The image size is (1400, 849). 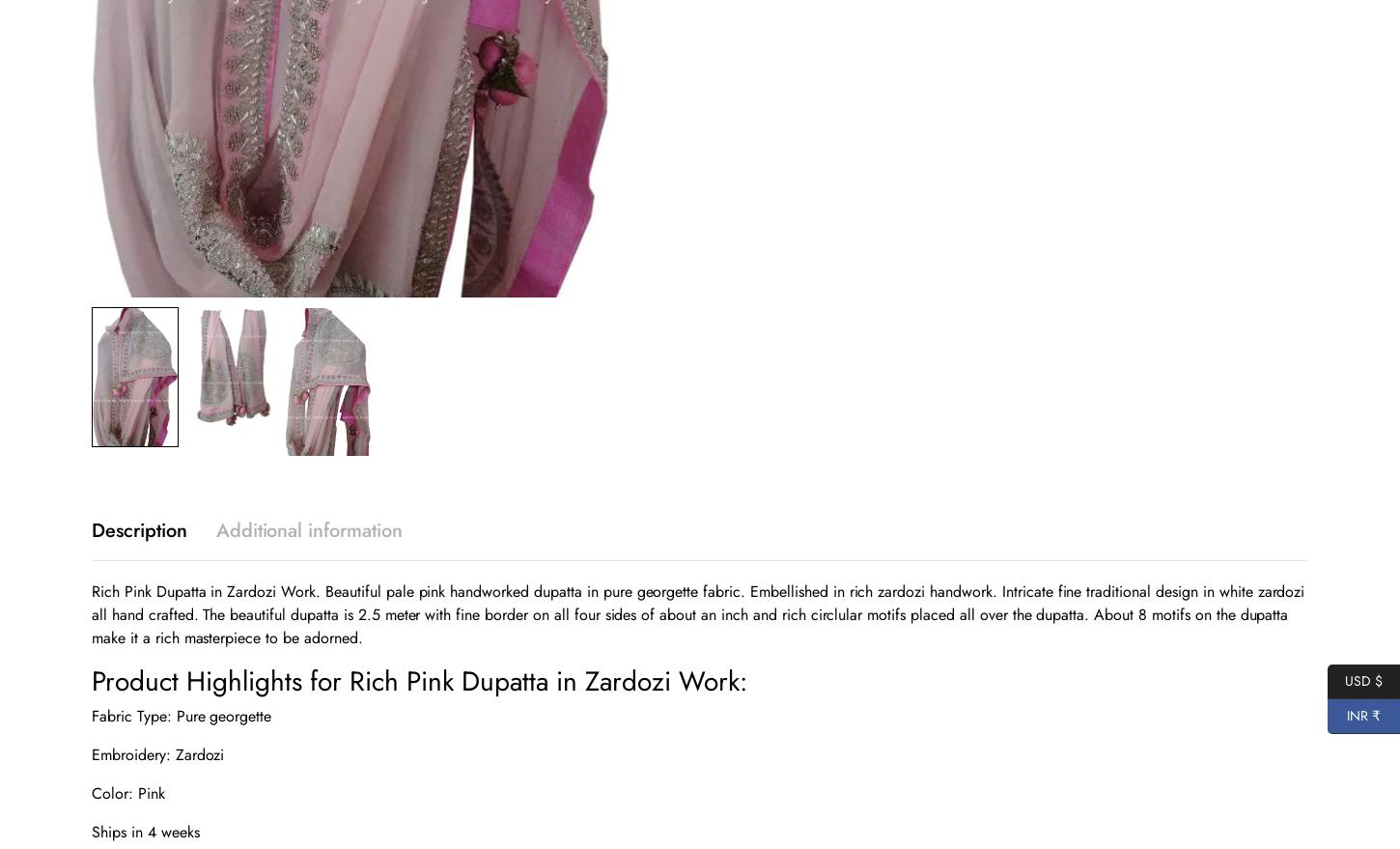 I want to click on 'Copy Link', so click(x=557, y=51).